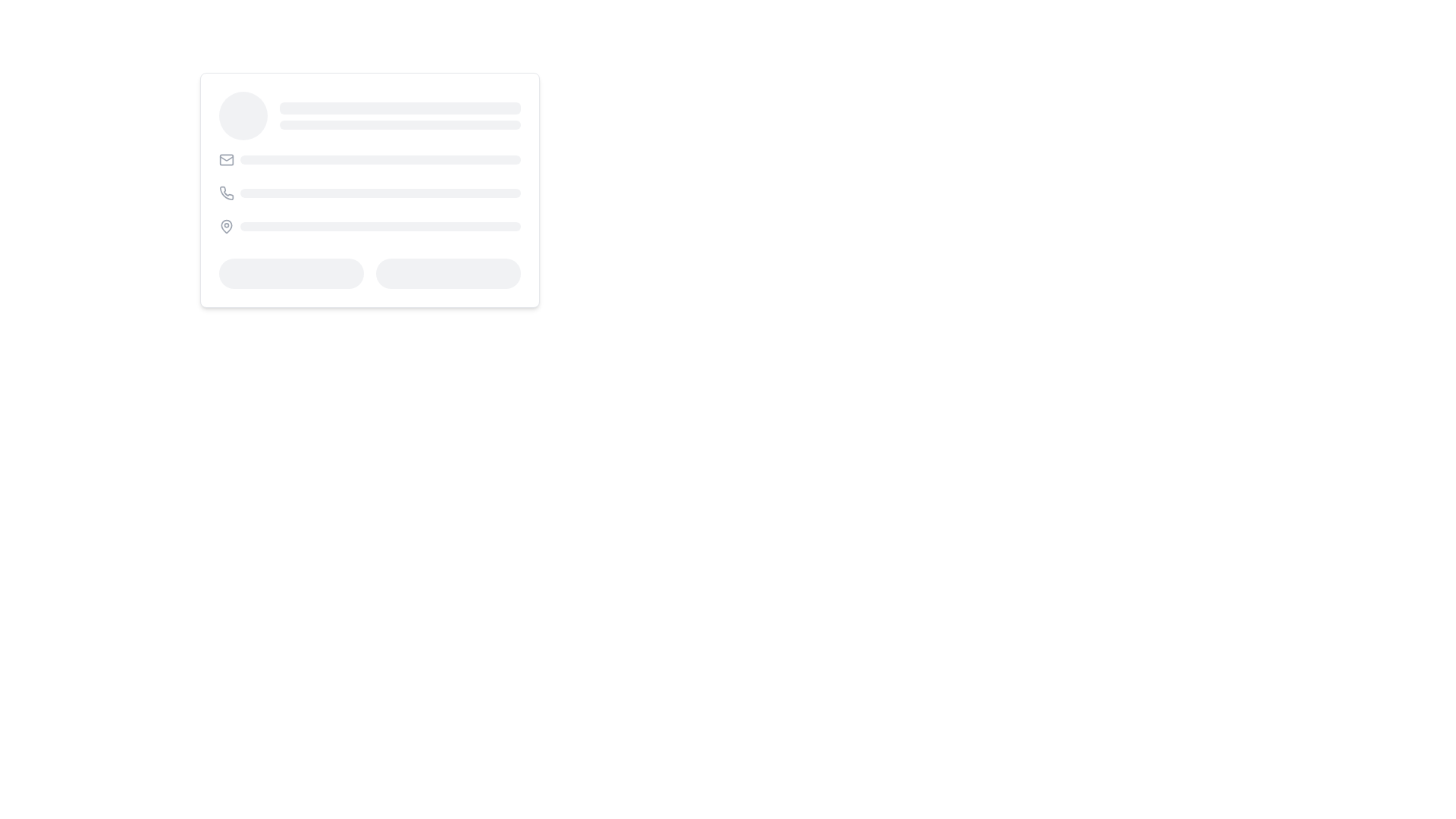 The height and width of the screenshot is (819, 1456). What do you see at coordinates (225, 158) in the screenshot?
I see `the Email/Mail icon located within the interface, which is visually represented as a messaging feature and positioned next to a text-related element` at bounding box center [225, 158].